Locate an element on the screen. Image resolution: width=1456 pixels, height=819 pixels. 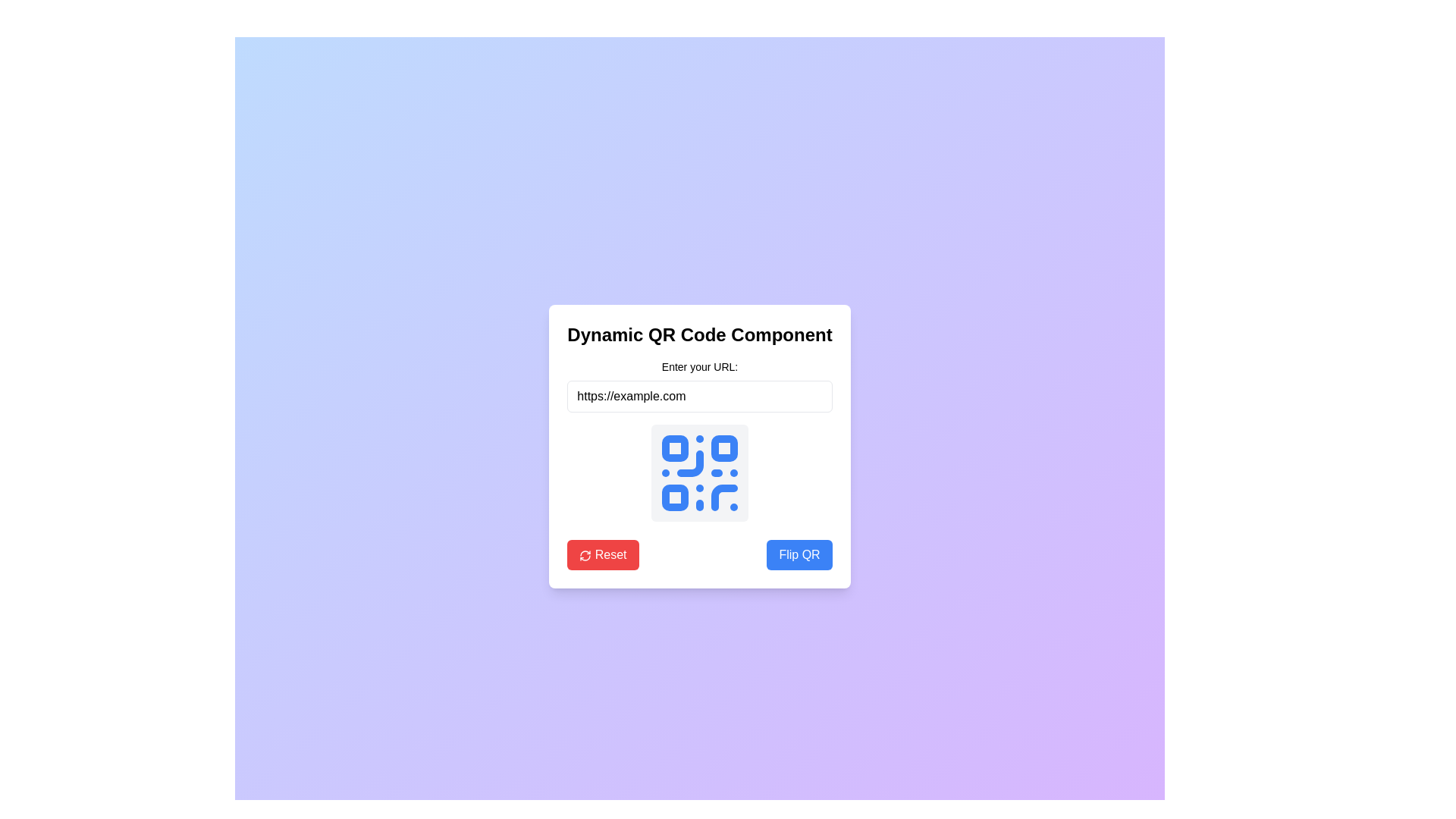
the refresh icon located inside the 'Reset' button, positioned to the left of the text 'Reset' in the bottom-left corner of the modal window is located at coordinates (585, 555).